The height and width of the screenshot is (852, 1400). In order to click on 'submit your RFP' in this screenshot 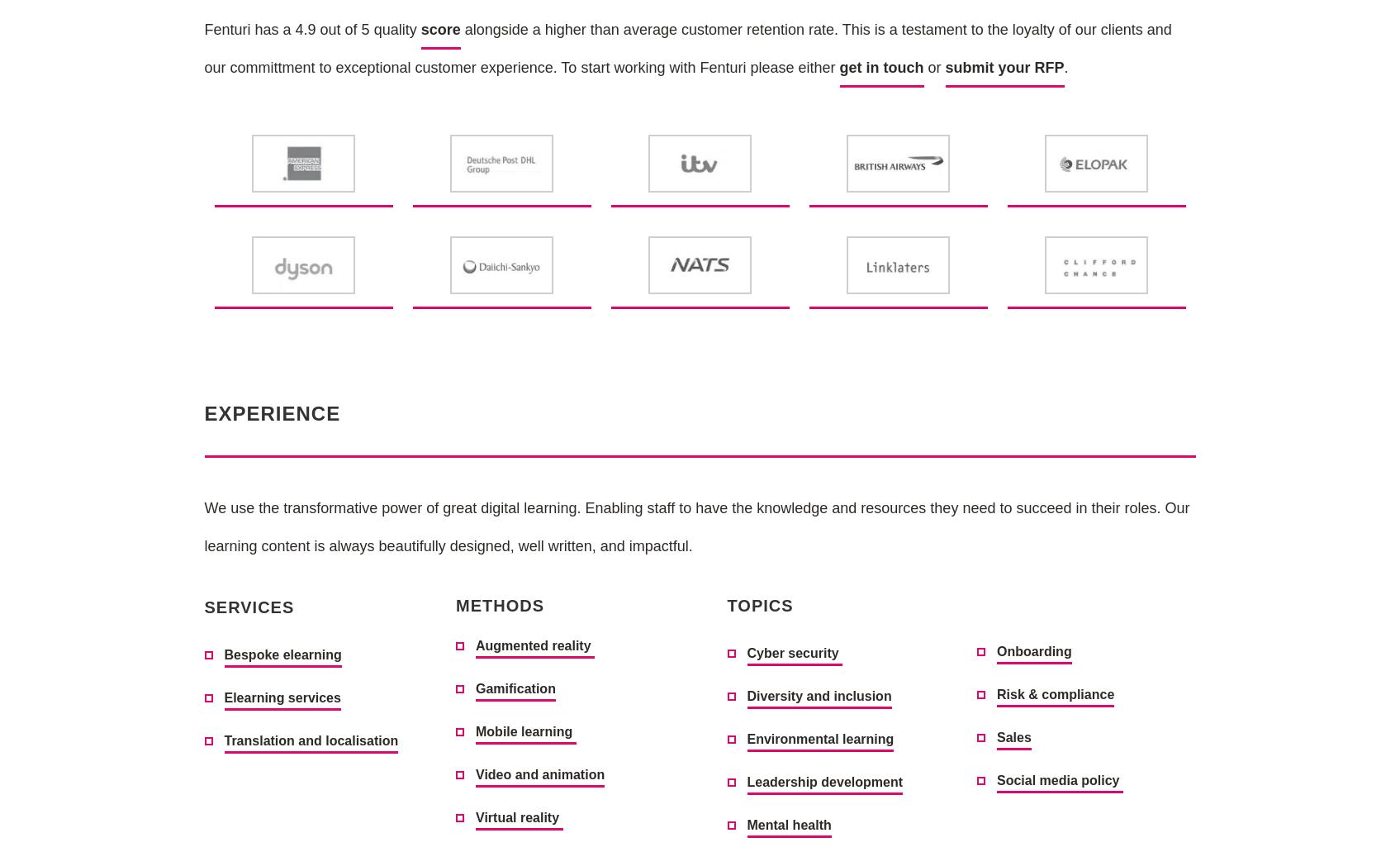, I will do `click(1004, 67)`.